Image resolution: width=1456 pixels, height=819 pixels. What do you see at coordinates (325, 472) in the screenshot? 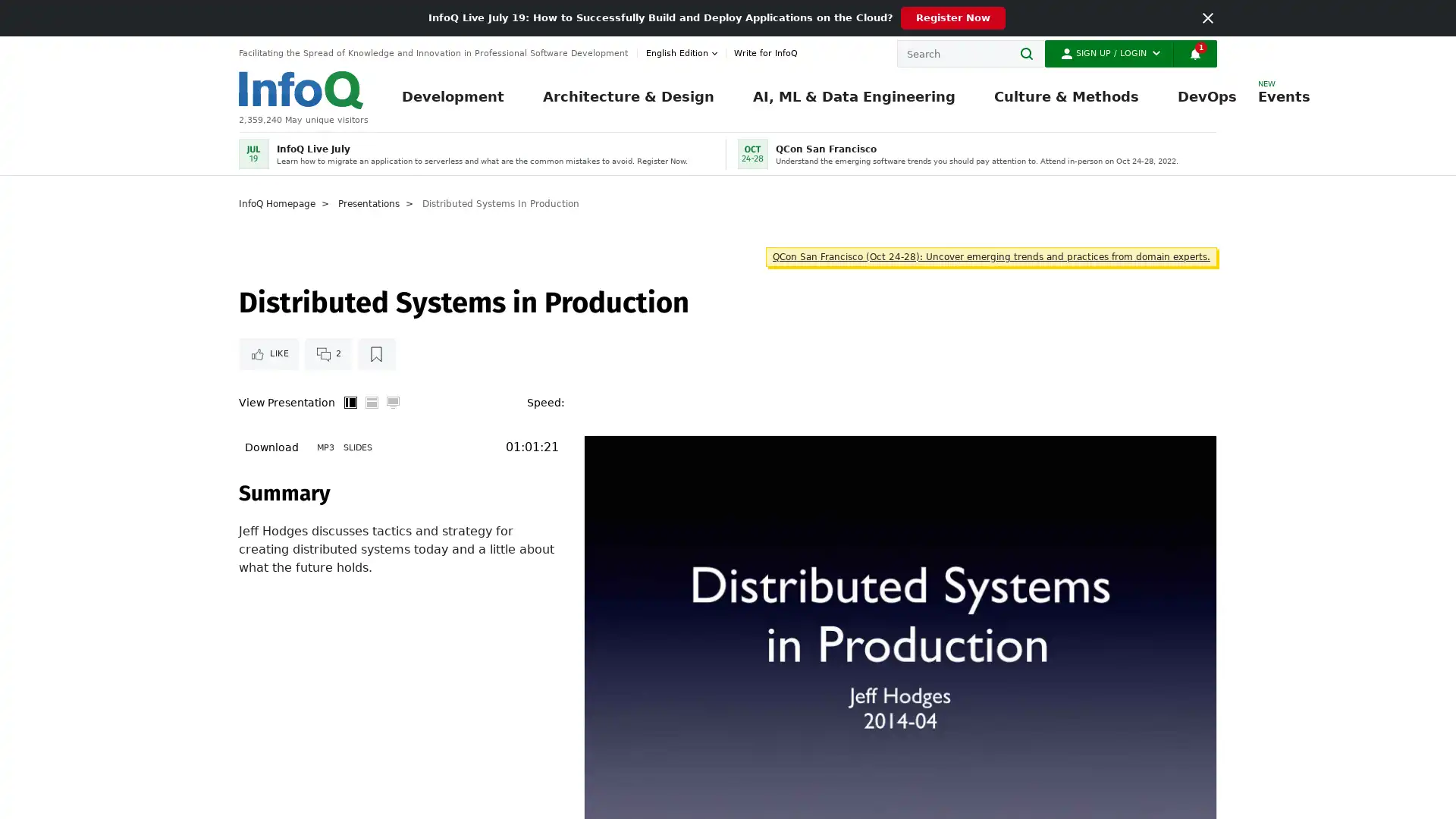
I see `MP3` at bounding box center [325, 472].